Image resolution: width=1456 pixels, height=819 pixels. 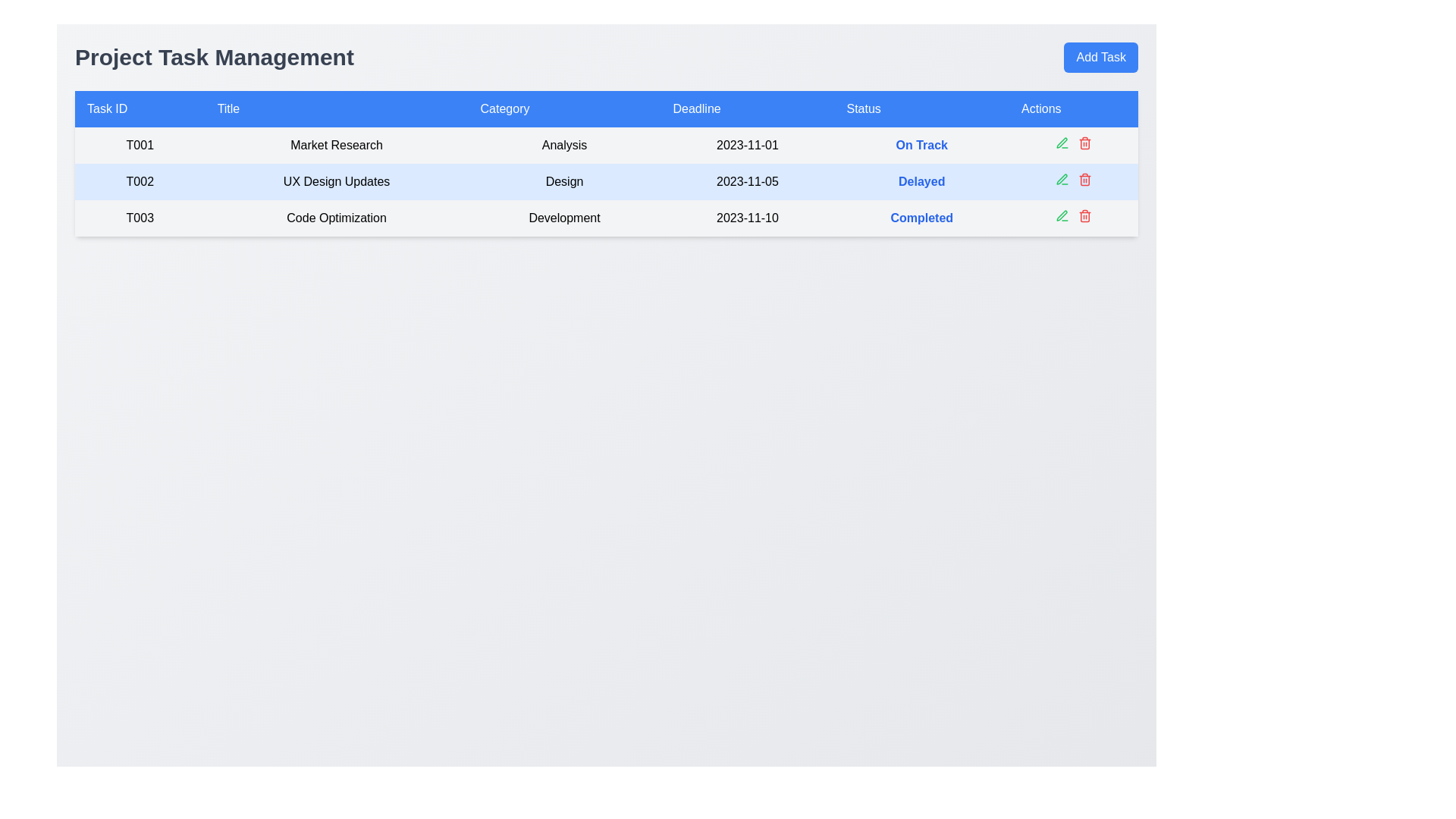 What do you see at coordinates (140, 180) in the screenshot?
I see `the Text label representing the task ID, located in the second row of the task management table, directly below 'T001' and above 'T003'` at bounding box center [140, 180].